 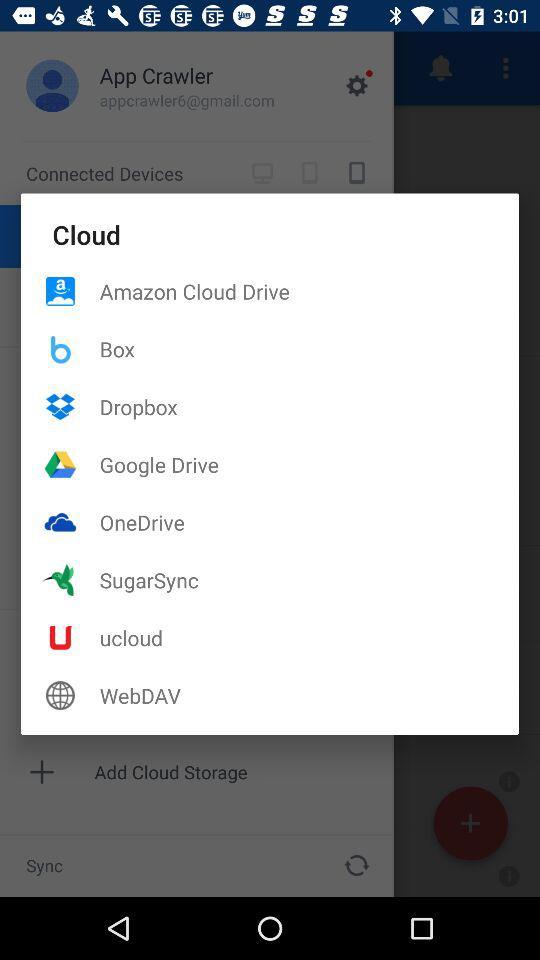 I want to click on the item above the box icon, so click(x=309, y=290).